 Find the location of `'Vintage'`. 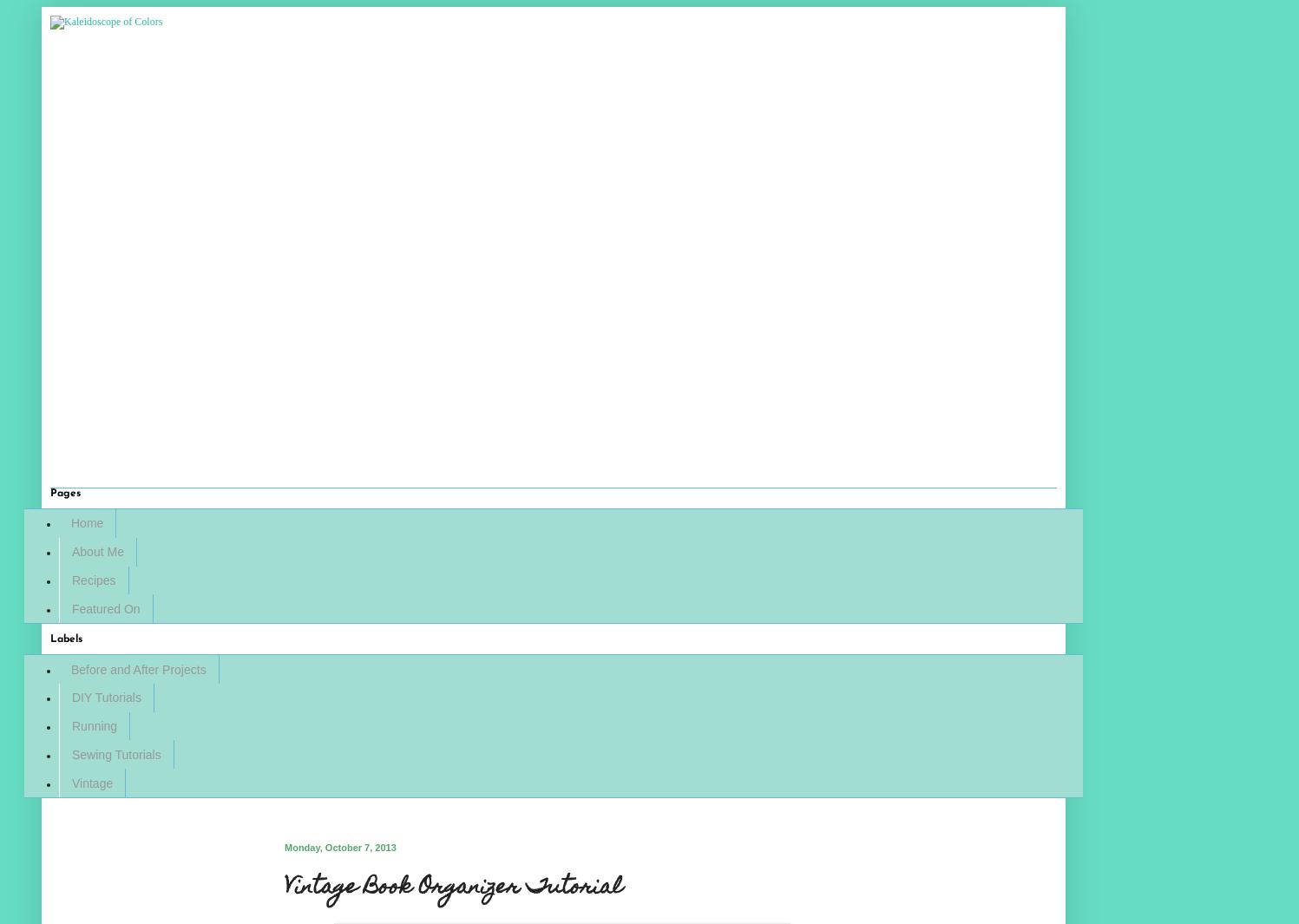

'Vintage' is located at coordinates (71, 782).